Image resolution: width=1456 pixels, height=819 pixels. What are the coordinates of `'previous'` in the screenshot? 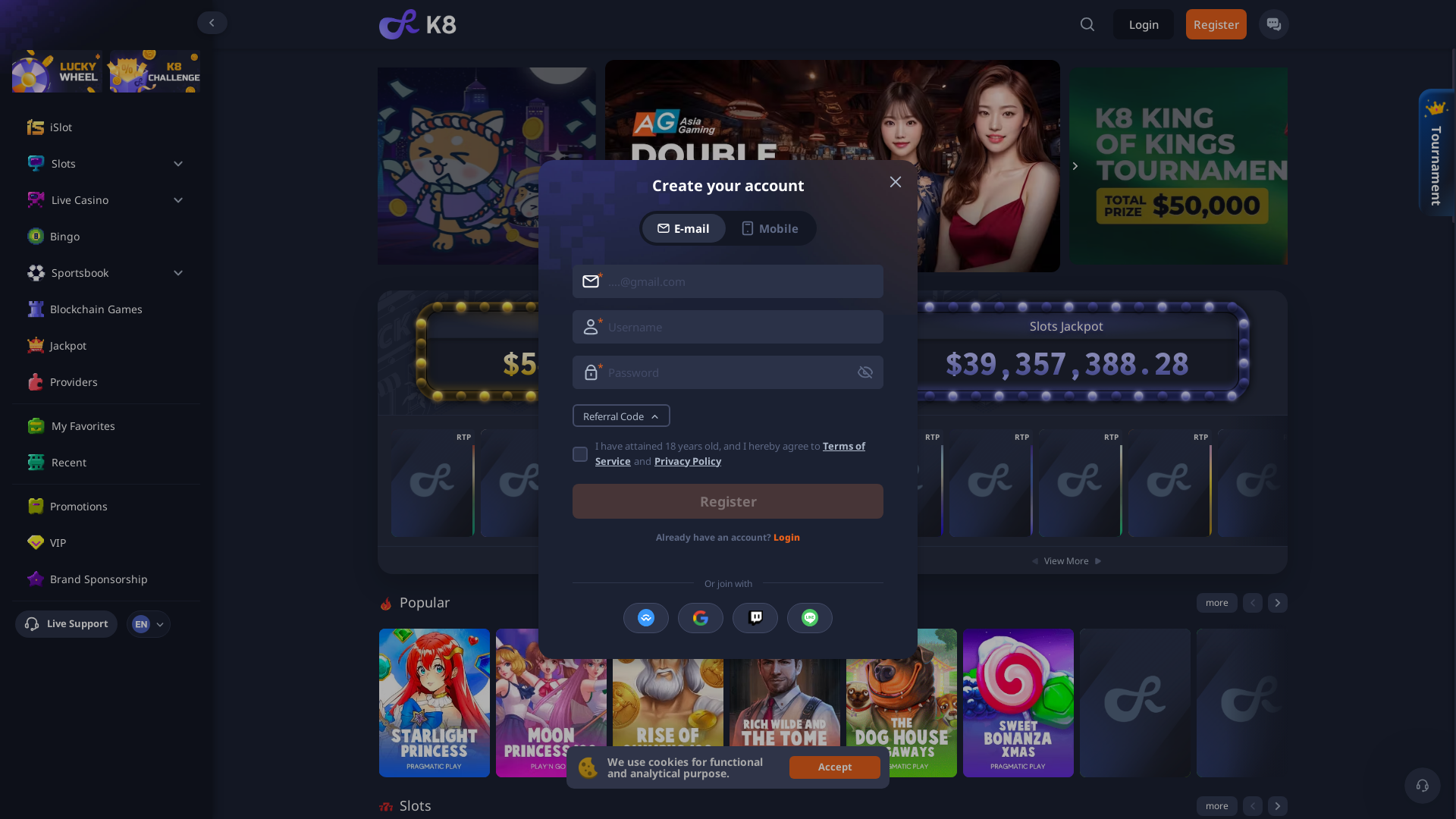 It's located at (1252, 805).